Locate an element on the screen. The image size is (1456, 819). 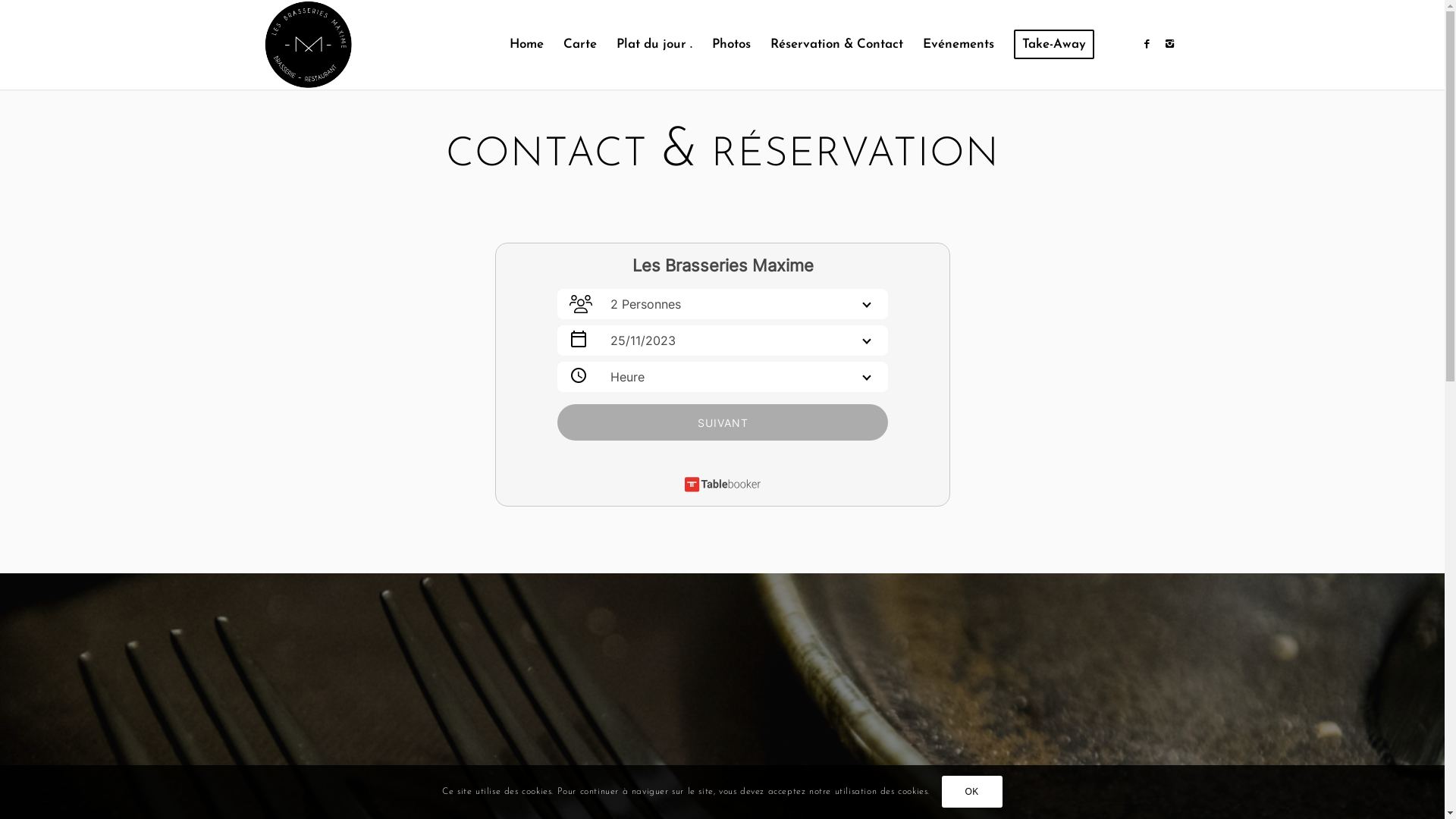
'Instagram' is located at coordinates (1157, 42).